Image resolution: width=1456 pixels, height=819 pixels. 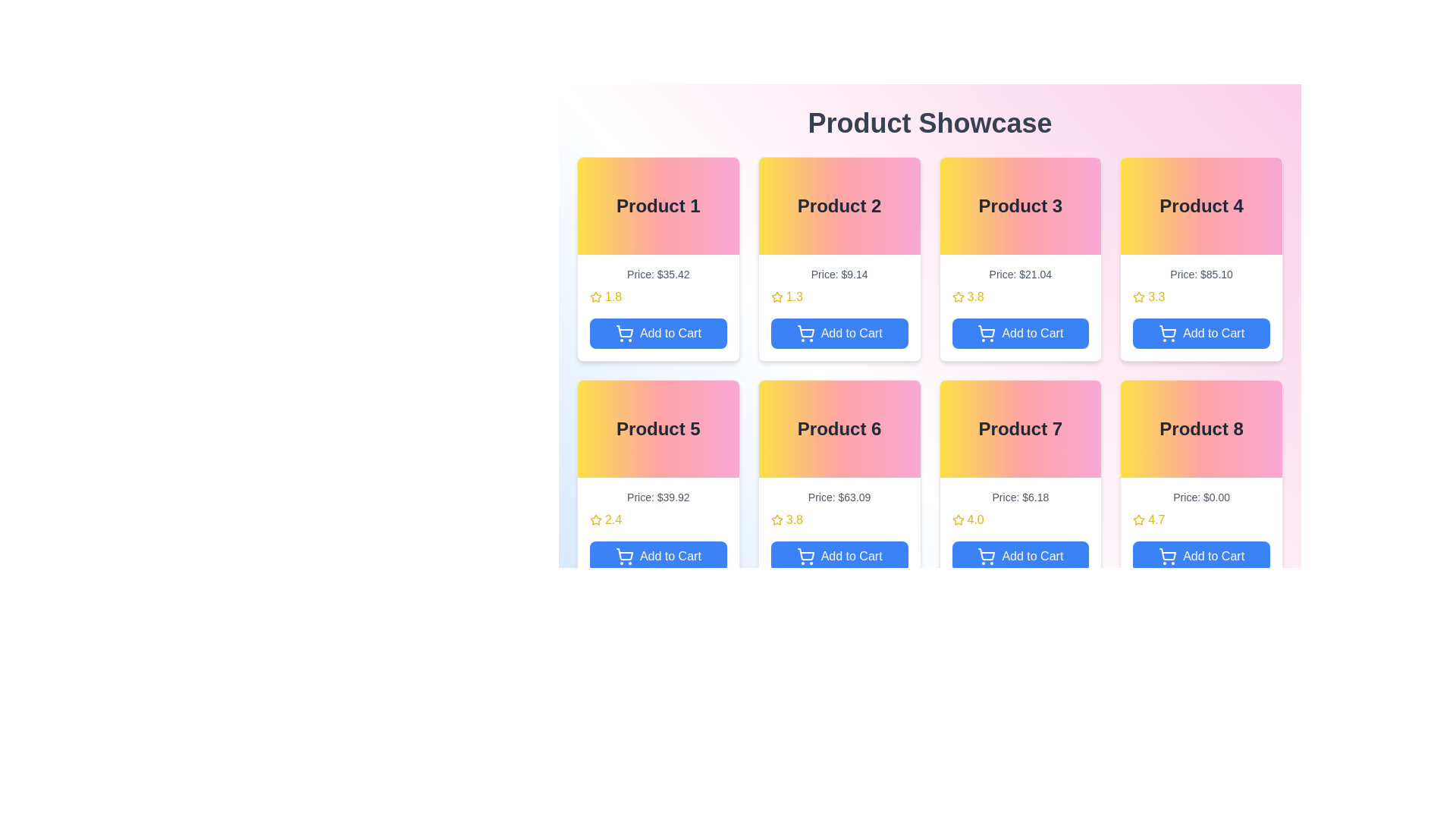 What do you see at coordinates (987, 332) in the screenshot?
I see `the shopping cart icon` at bounding box center [987, 332].